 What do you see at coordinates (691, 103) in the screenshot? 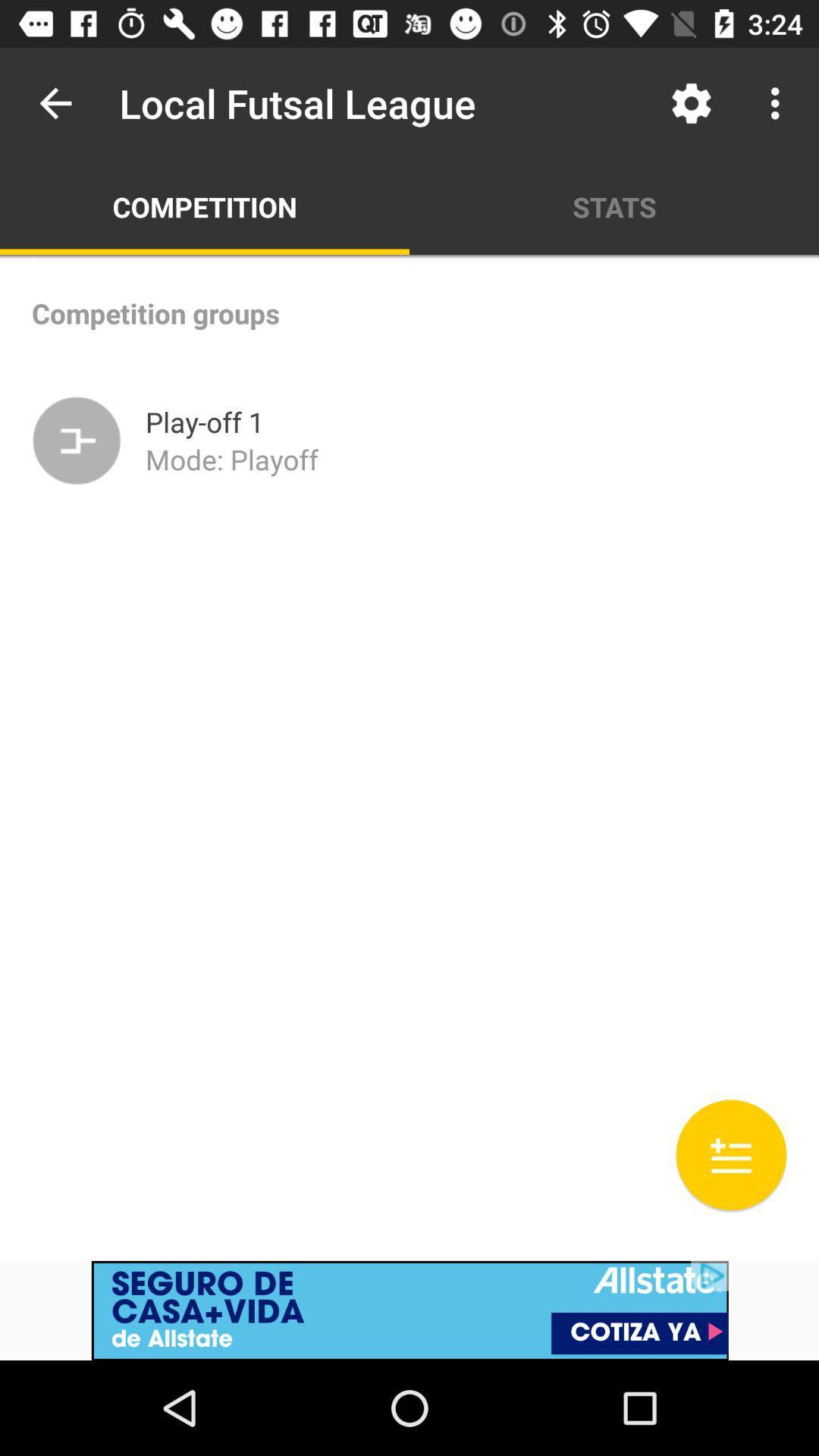
I see `the settings icon` at bounding box center [691, 103].